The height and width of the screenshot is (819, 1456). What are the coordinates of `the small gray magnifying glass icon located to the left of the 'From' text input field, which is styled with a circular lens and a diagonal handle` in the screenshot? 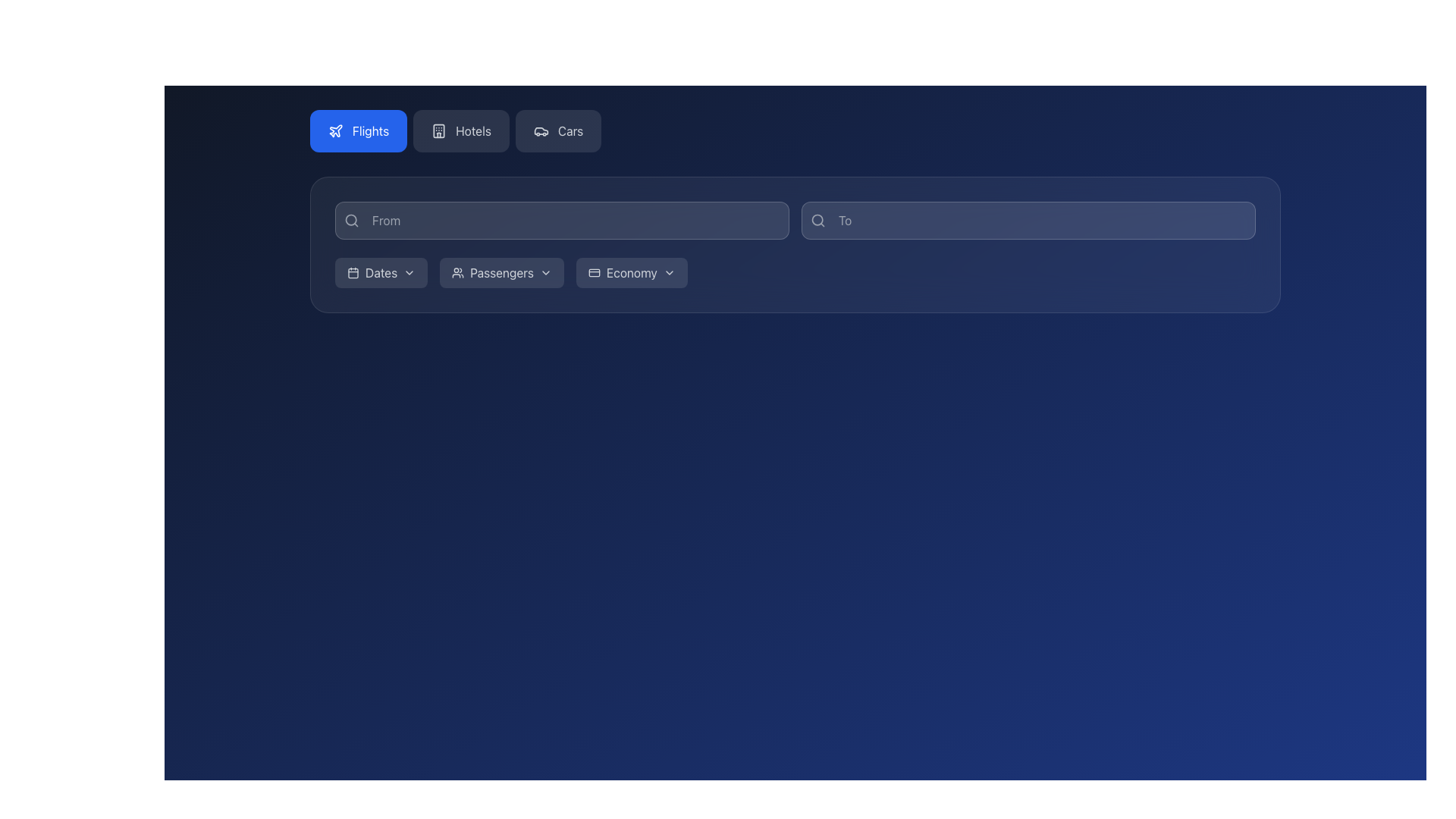 It's located at (351, 220).